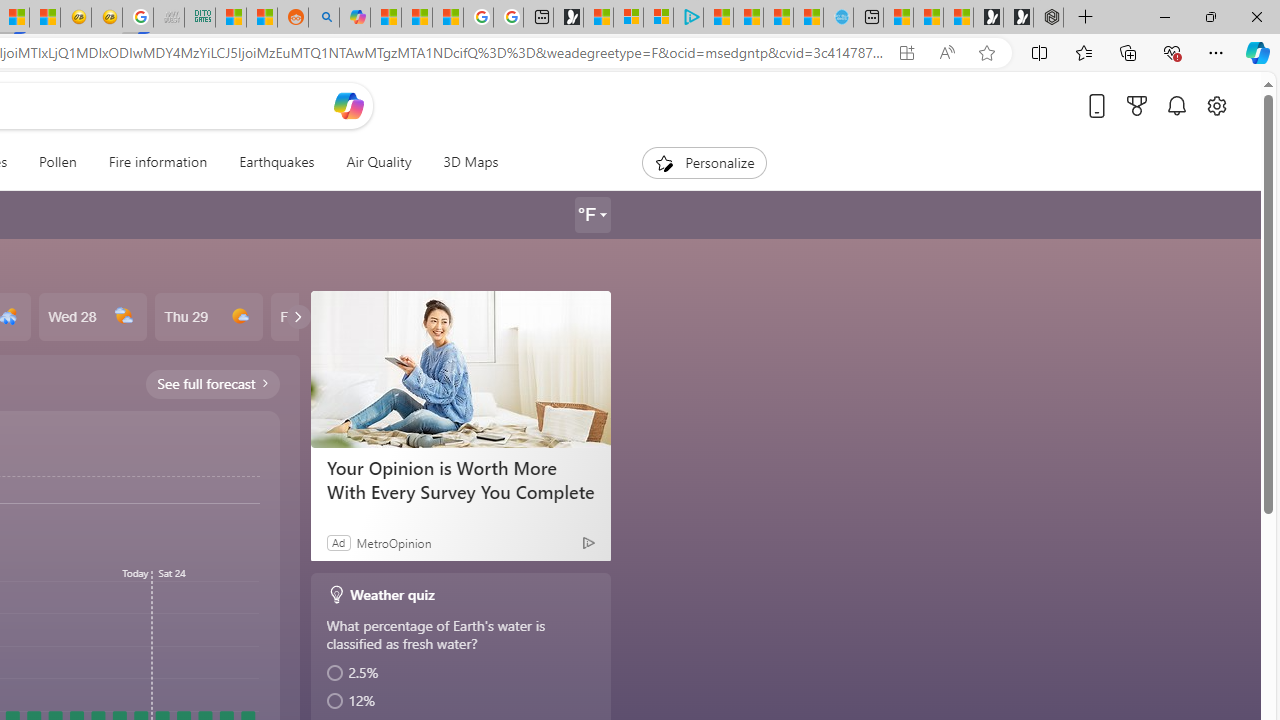 The width and height of the screenshot is (1280, 720). What do you see at coordinates (1040, 51) in the screenshot?
I see `'Split screen'` at bounding box center [1040, 51].